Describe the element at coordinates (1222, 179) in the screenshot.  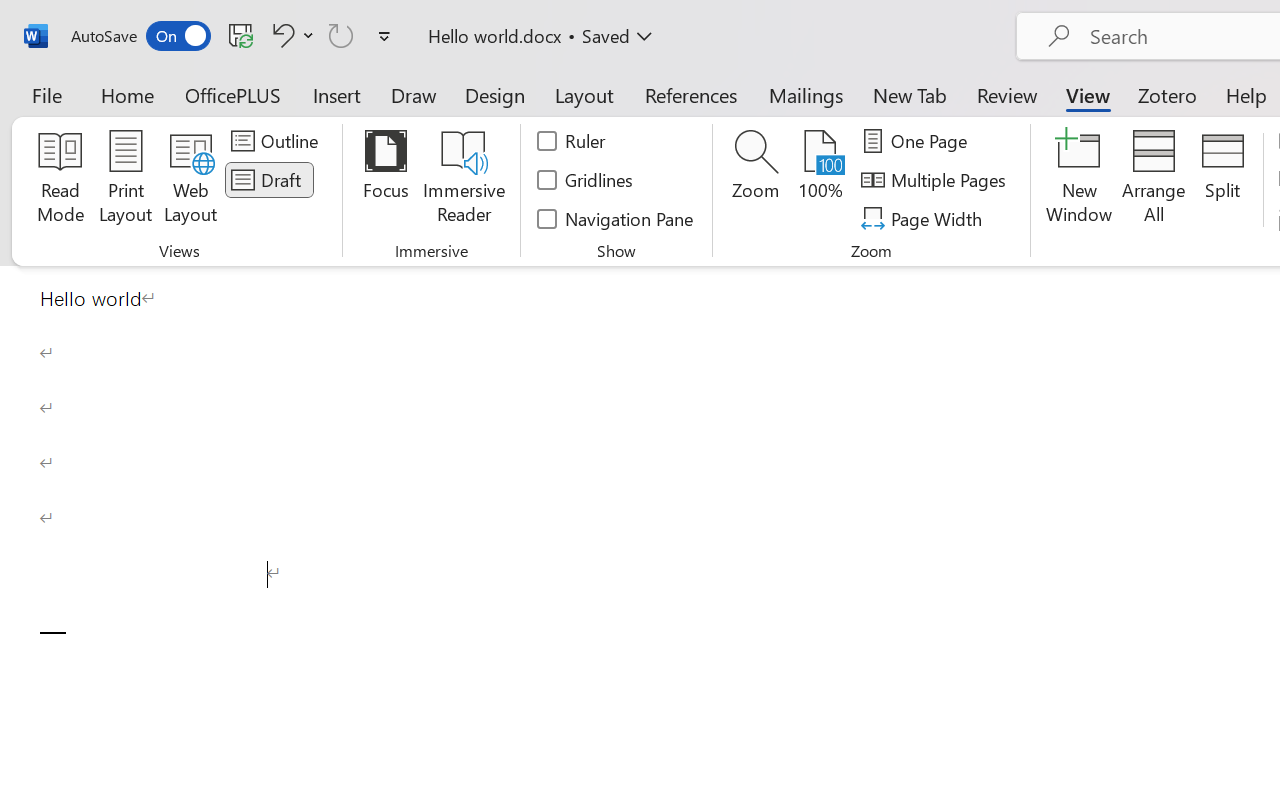
I see `'Split'` at that location.